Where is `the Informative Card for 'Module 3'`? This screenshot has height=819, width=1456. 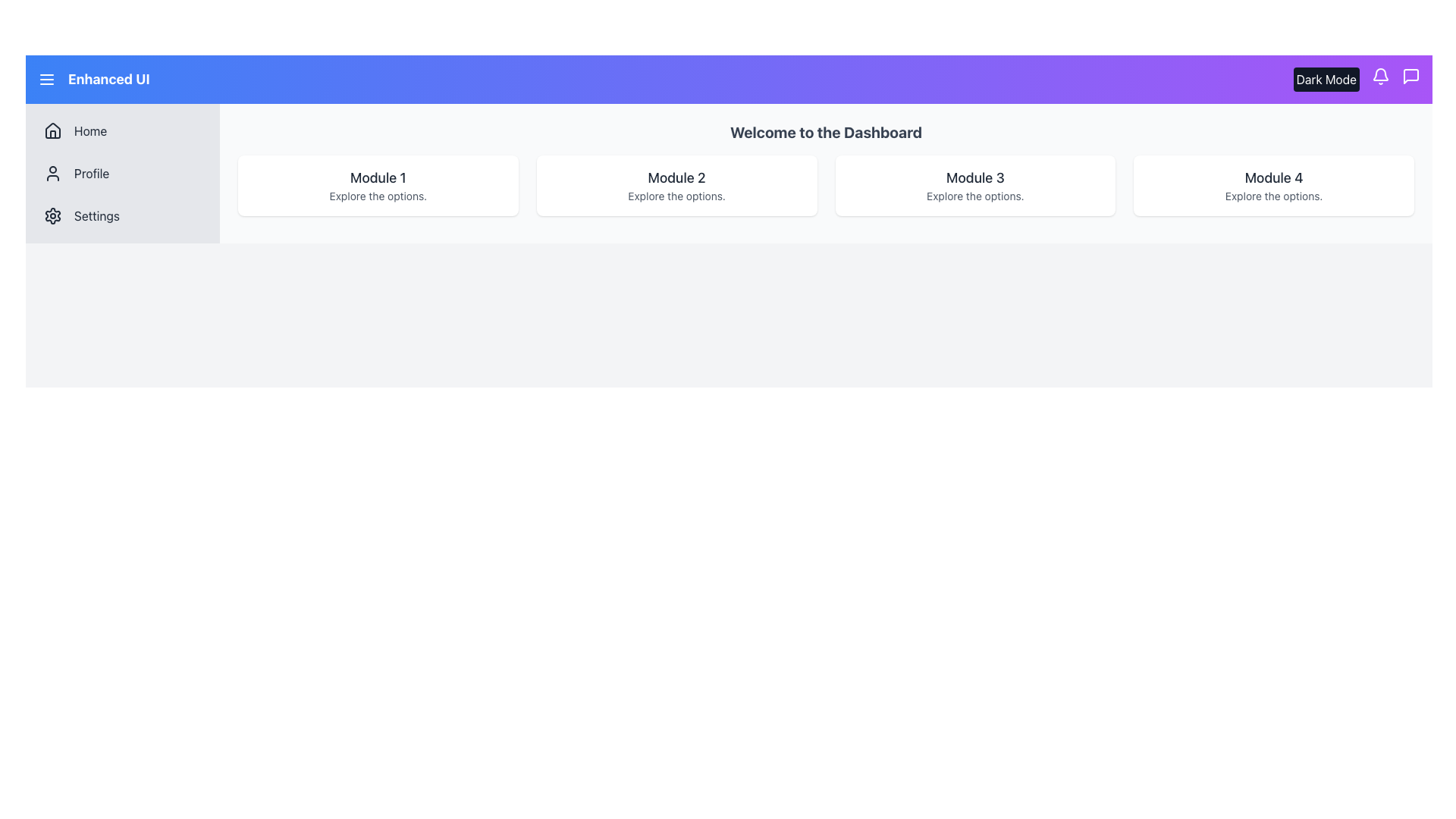 the Informative Card for 'Module 3' is located at coordinates (975, 185).